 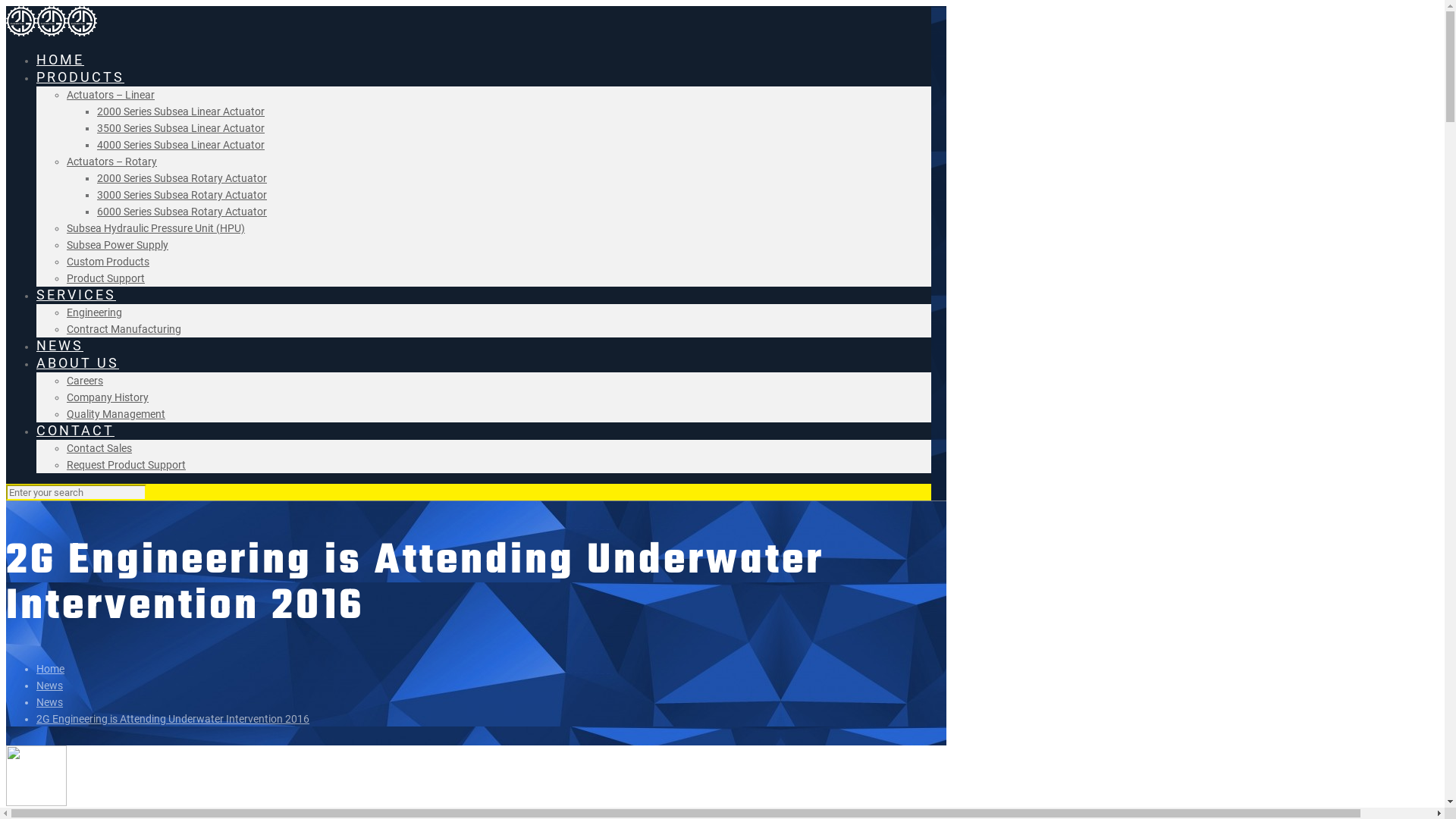 What do you see at coordinates (49, 685) in the screenshot?
I see `'News'` at bounding box center [49, 685].